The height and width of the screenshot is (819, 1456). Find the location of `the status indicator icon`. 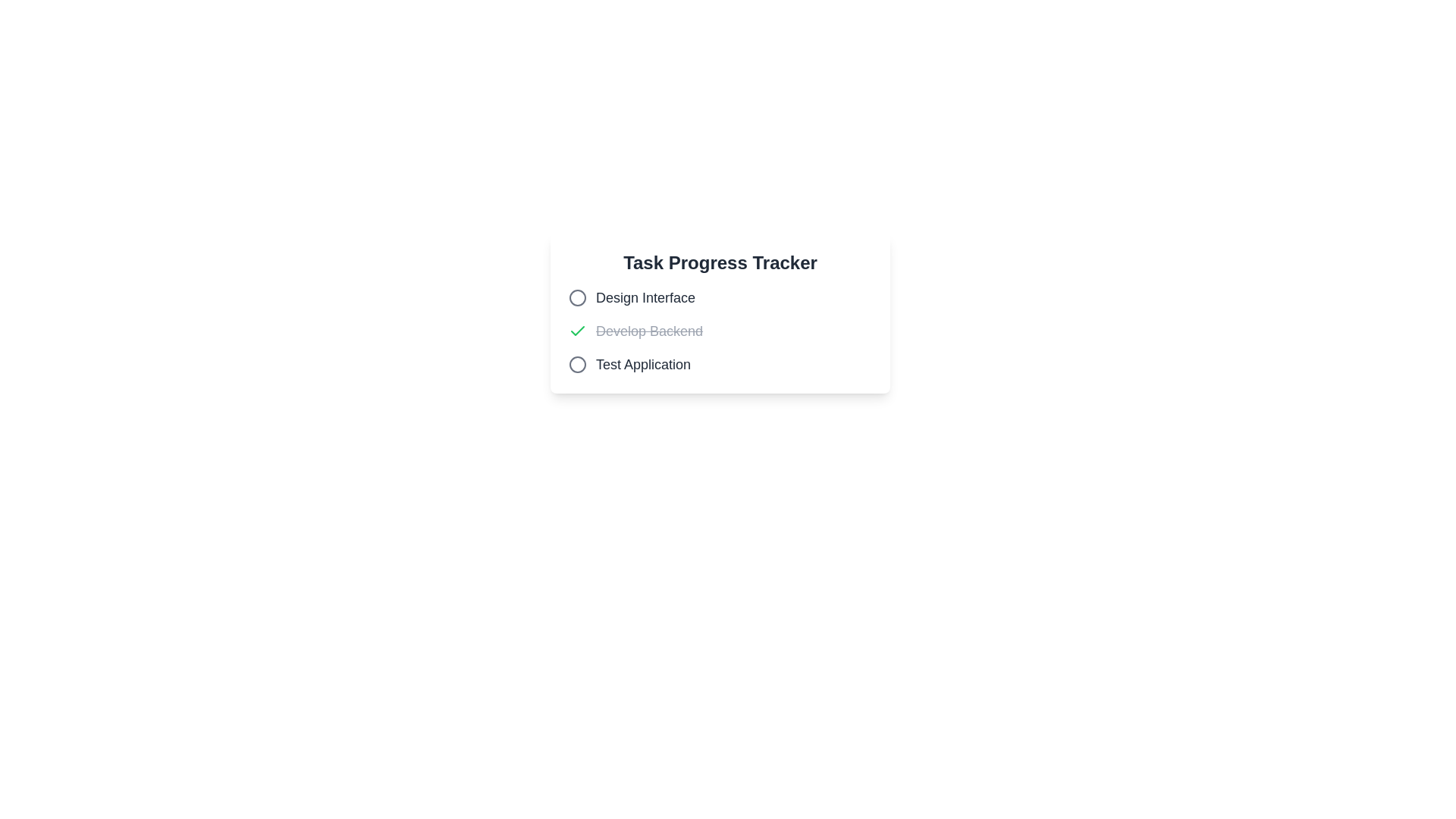

the status indicator icon is located at coordinates (577, 365).